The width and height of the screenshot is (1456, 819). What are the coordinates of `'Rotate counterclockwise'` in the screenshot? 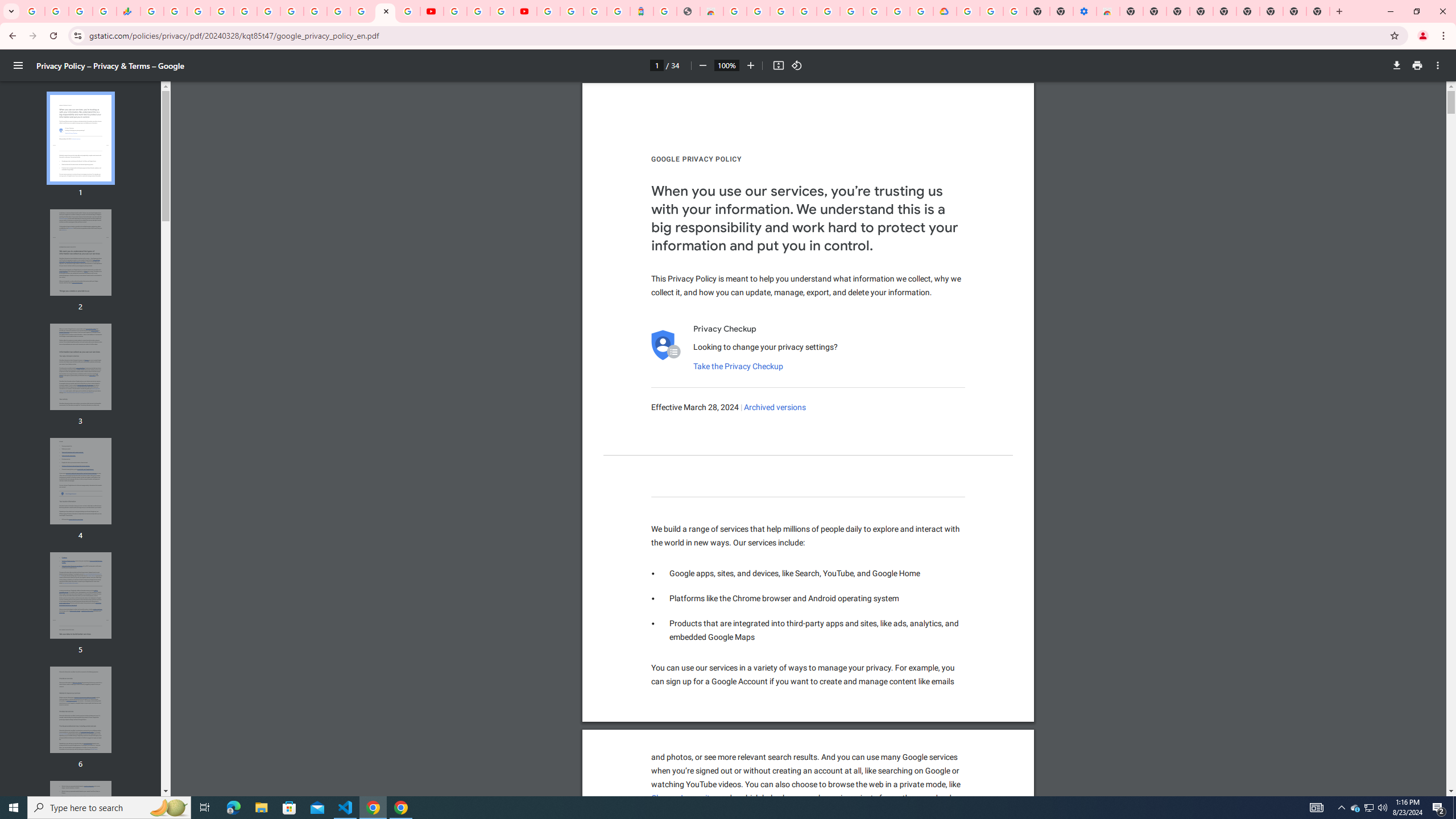 It's located at (797, 65).